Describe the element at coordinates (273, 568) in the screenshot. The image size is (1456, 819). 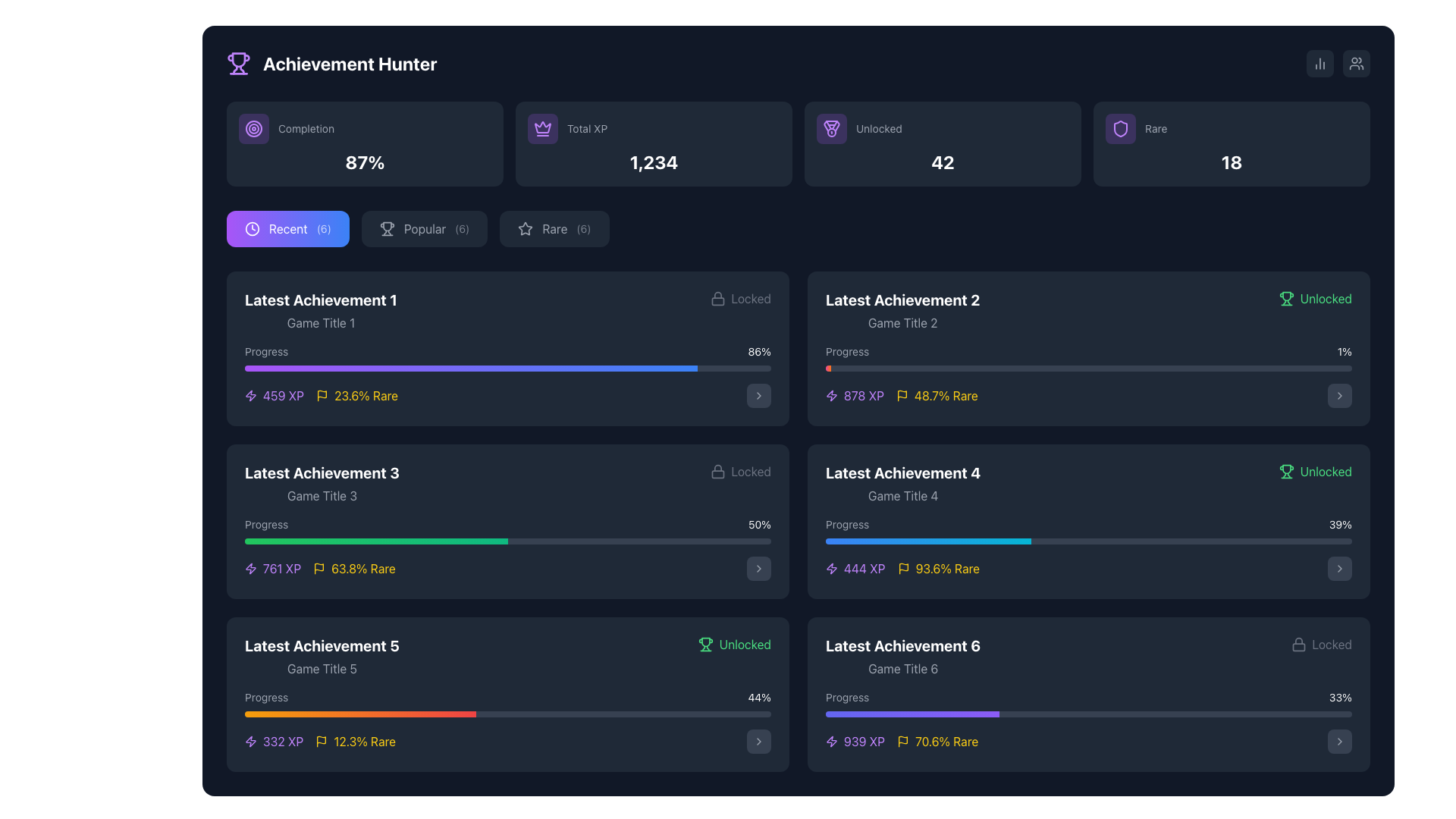
I see `displayed experience points (XP) for 'Latest Achievement 3' located in the middle column, below the progress bar and above the rarity text` at that location.